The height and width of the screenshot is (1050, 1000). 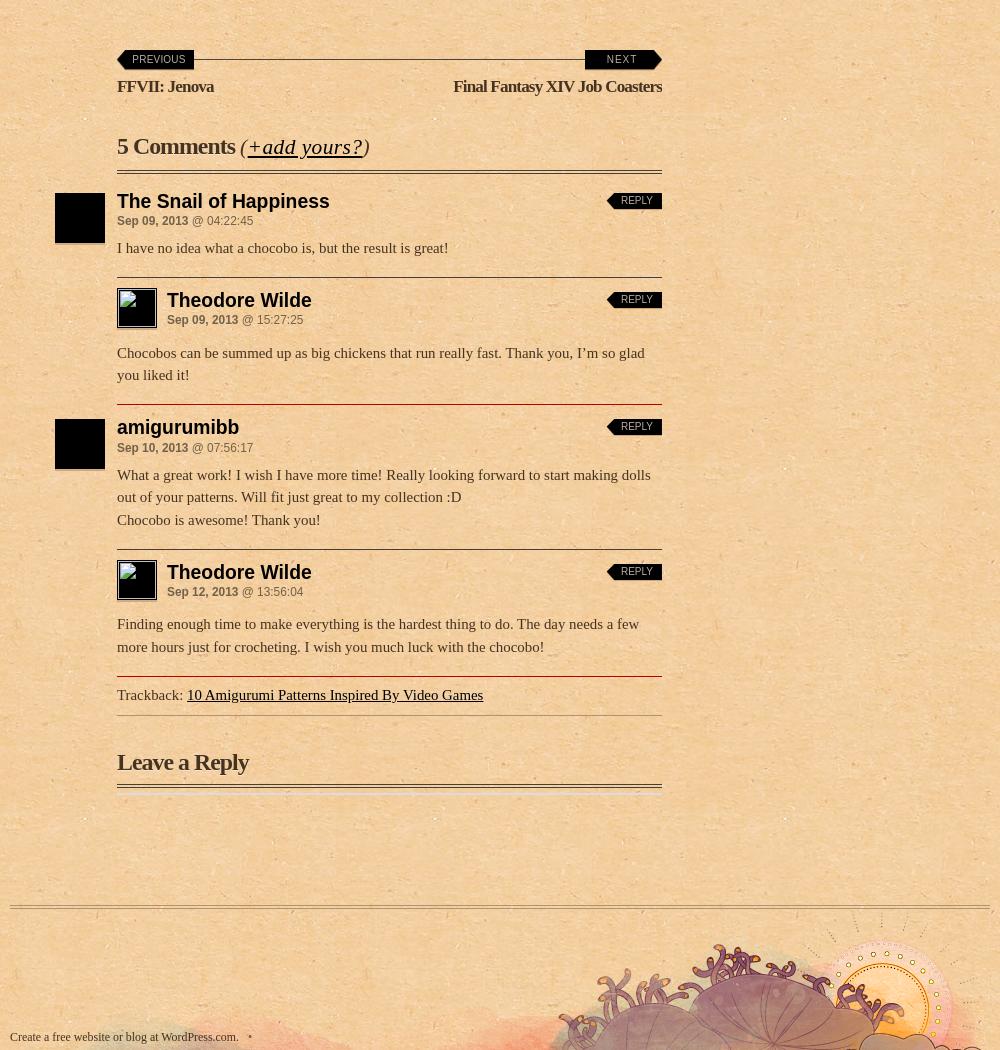 I want to click on 'Finding enough time to make everything is the hardest thing to do. The day needs a few more hours just for crocheting.  I wish you much luck with the chocobo!', so click(x=378, y=630).